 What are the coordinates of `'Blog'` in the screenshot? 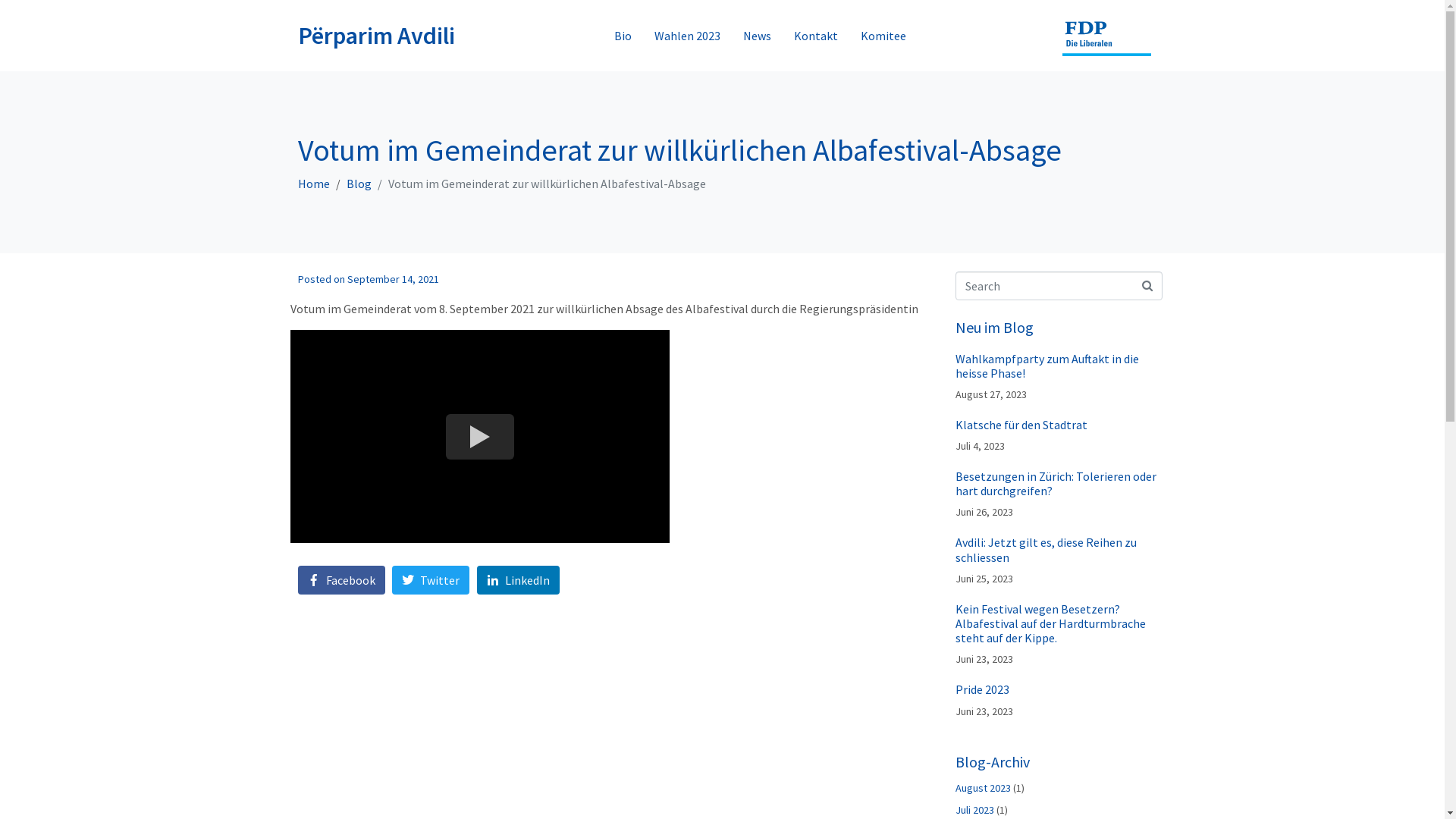 It's located at (357, 183).